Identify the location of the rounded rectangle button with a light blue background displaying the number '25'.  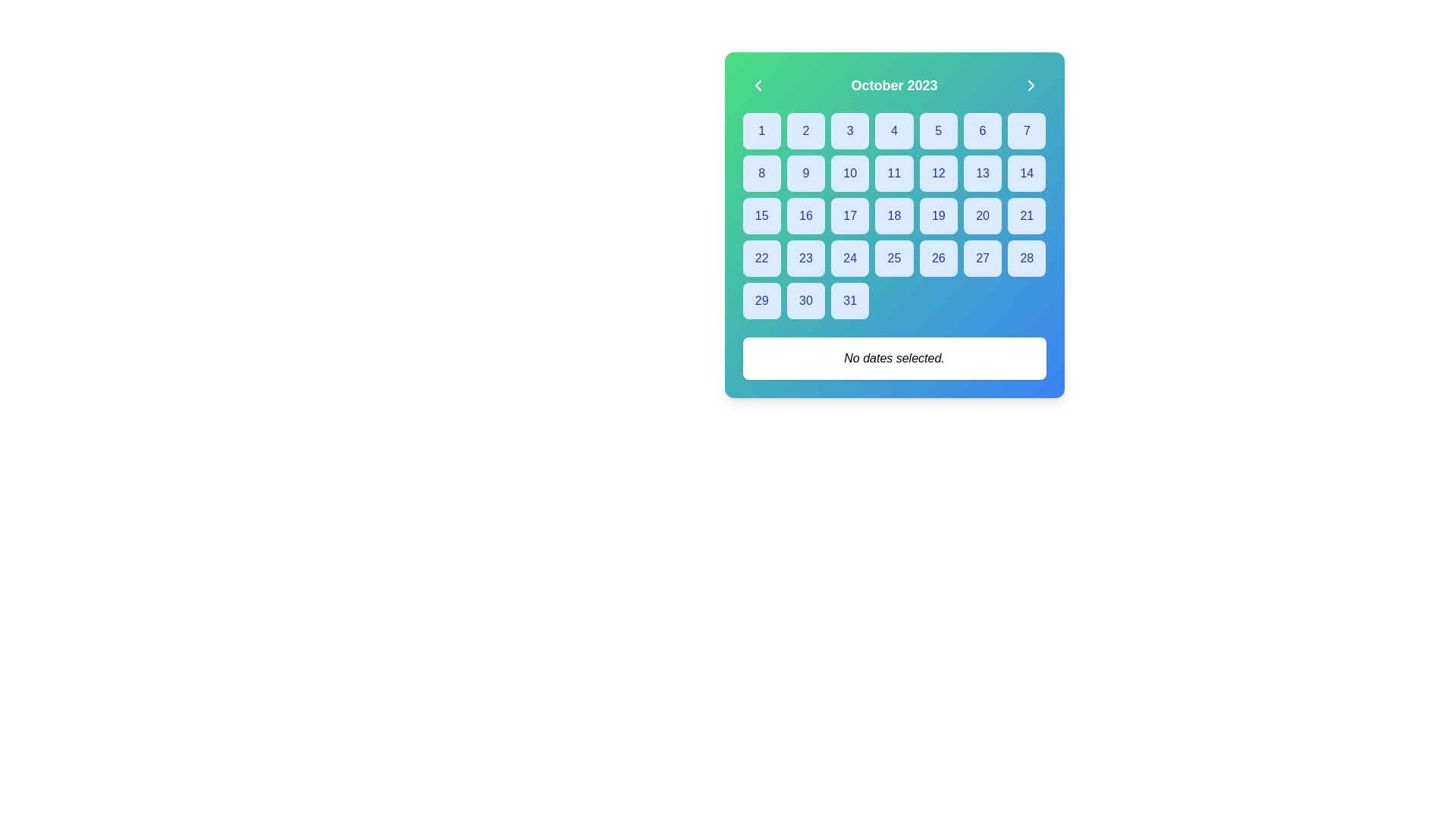
(894, 257).